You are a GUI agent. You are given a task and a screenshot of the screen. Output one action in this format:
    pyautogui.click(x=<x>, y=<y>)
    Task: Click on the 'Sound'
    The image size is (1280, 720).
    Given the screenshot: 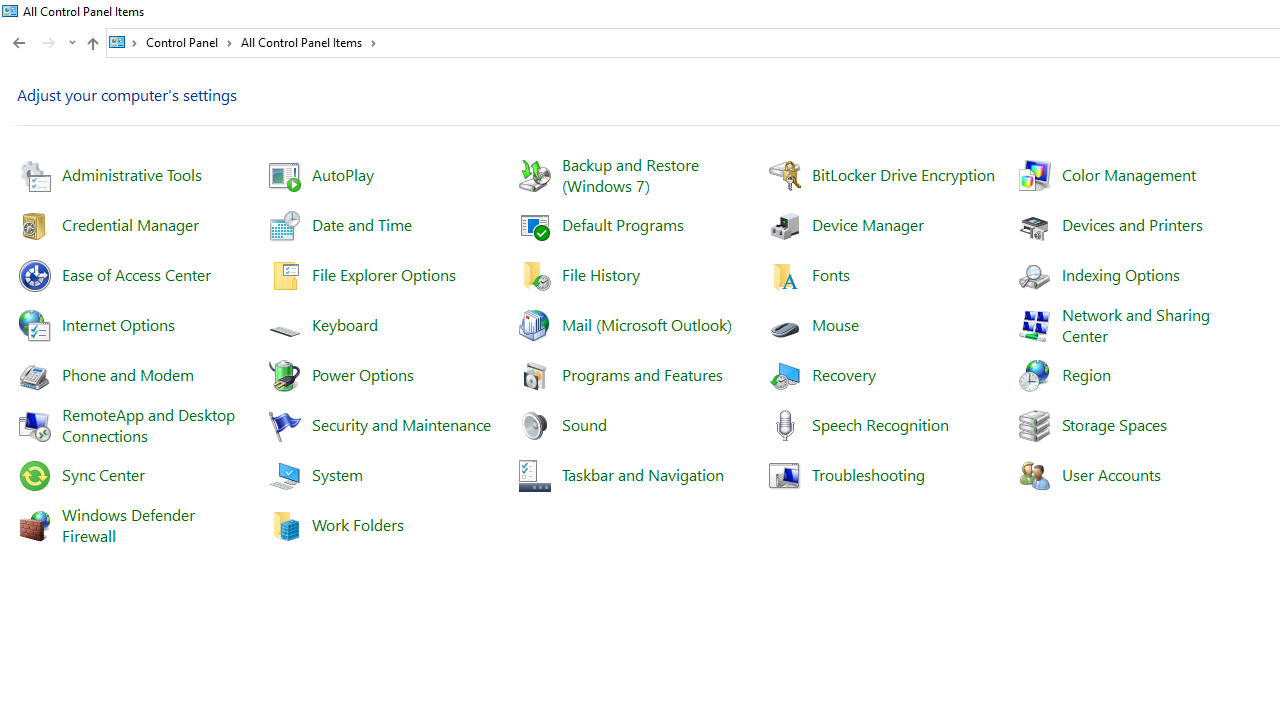 What is the action you would take?
    pyautogui.click(x=583, y=423)
    